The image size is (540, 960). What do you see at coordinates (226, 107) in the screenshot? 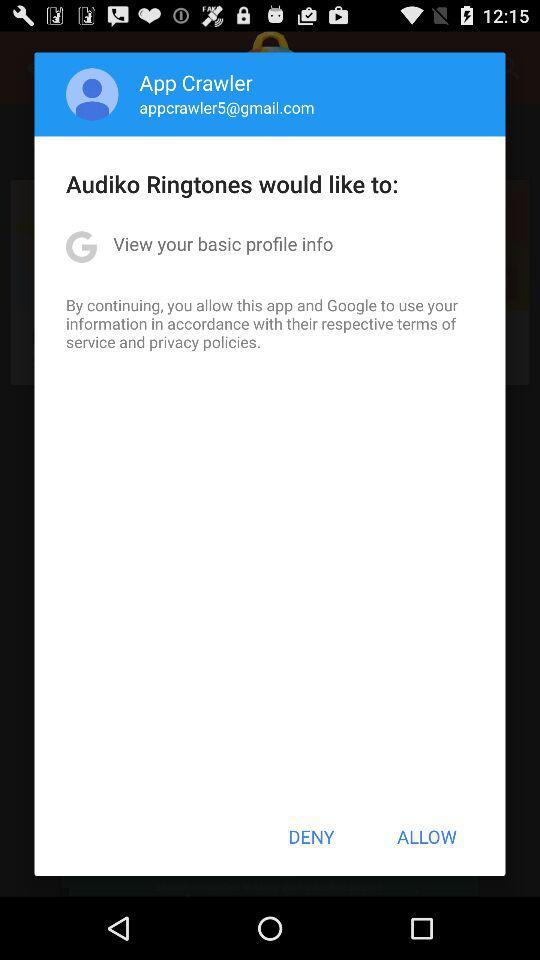
I see `appcrawler5@gmail.com` at bounding box center [226, 107].